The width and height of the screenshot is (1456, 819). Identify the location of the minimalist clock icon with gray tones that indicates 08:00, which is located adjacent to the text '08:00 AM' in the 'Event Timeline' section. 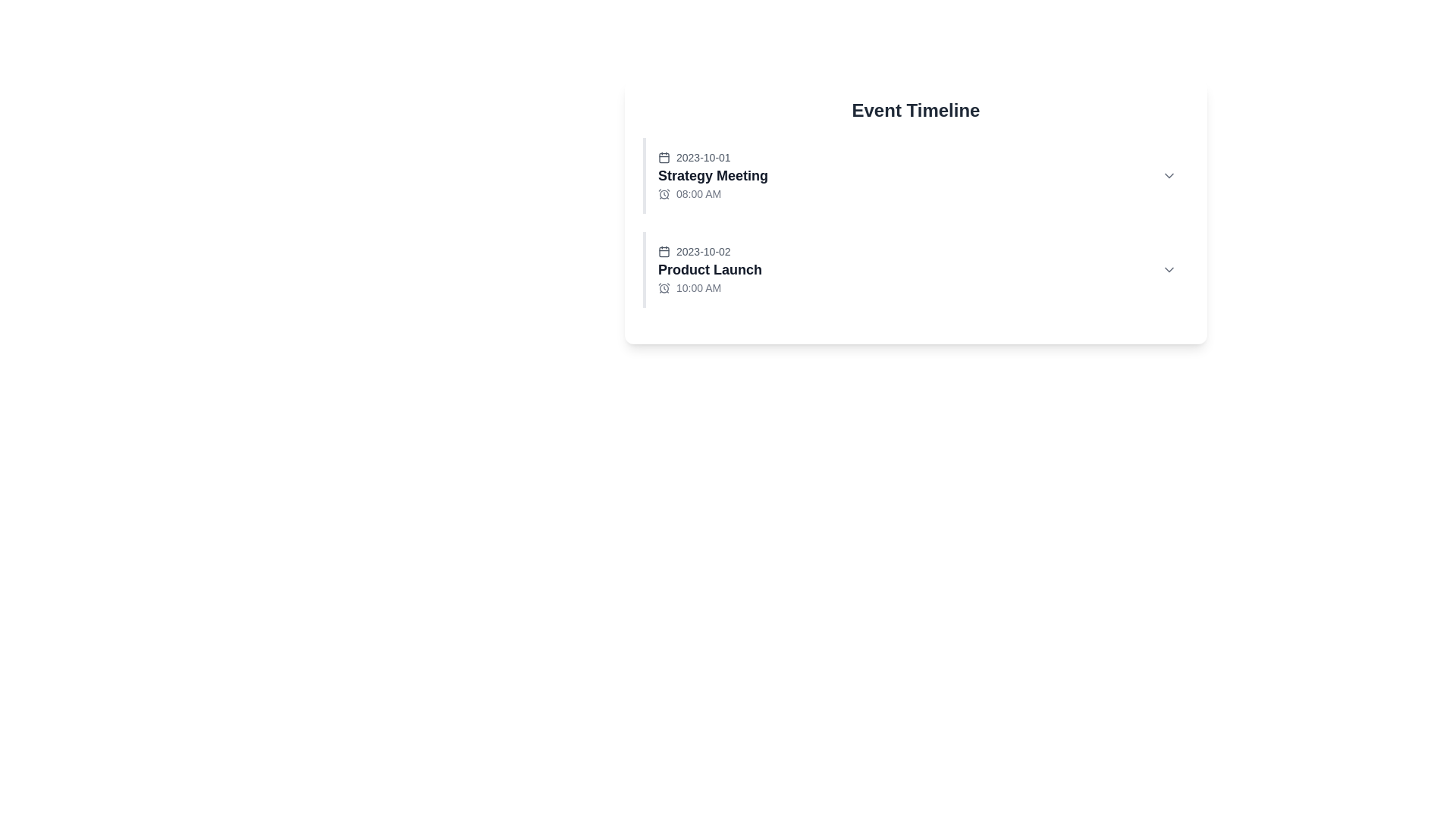
(664, 193).